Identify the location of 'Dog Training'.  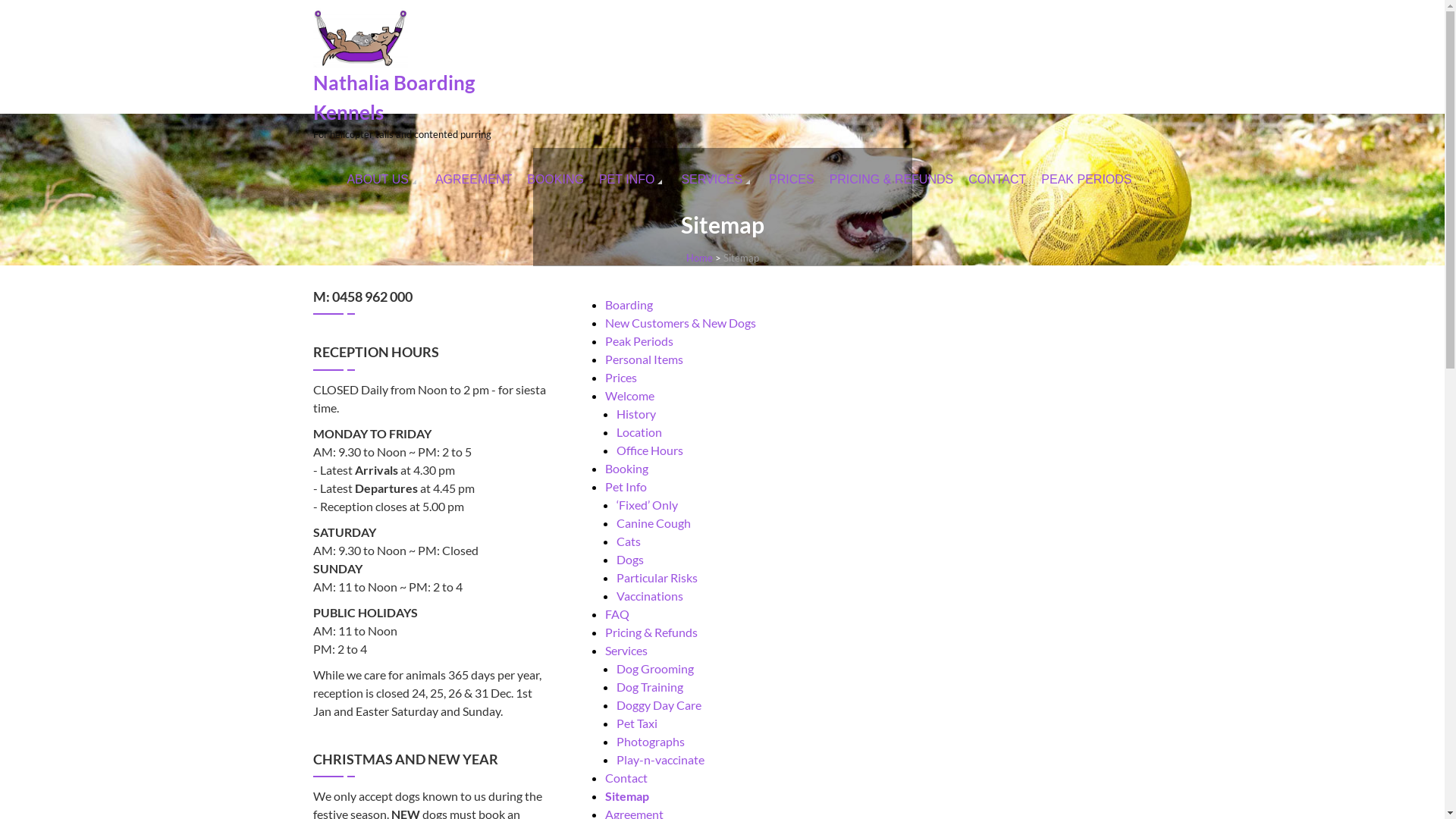
(650, 686).